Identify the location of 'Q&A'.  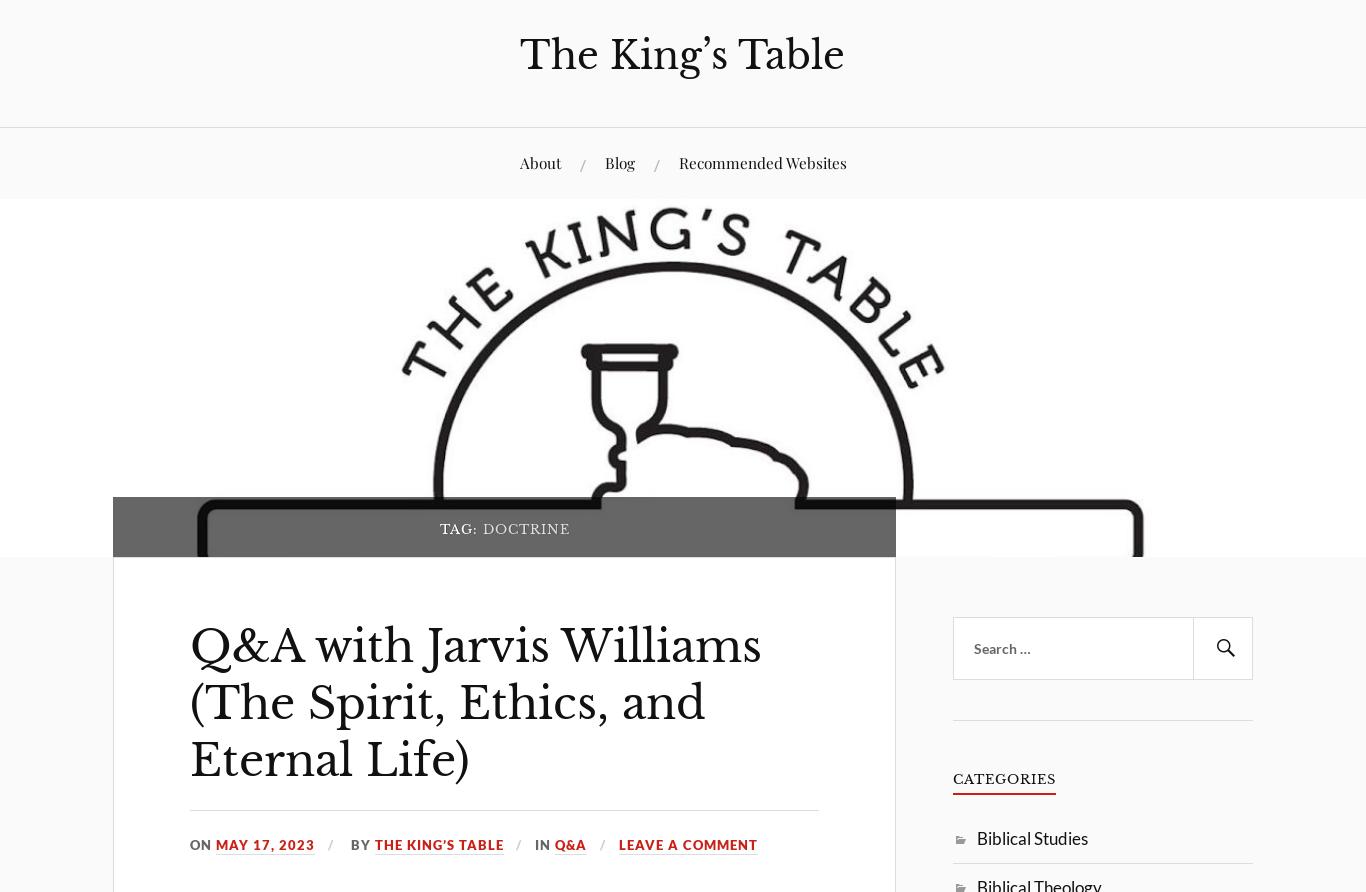
(569, 843).